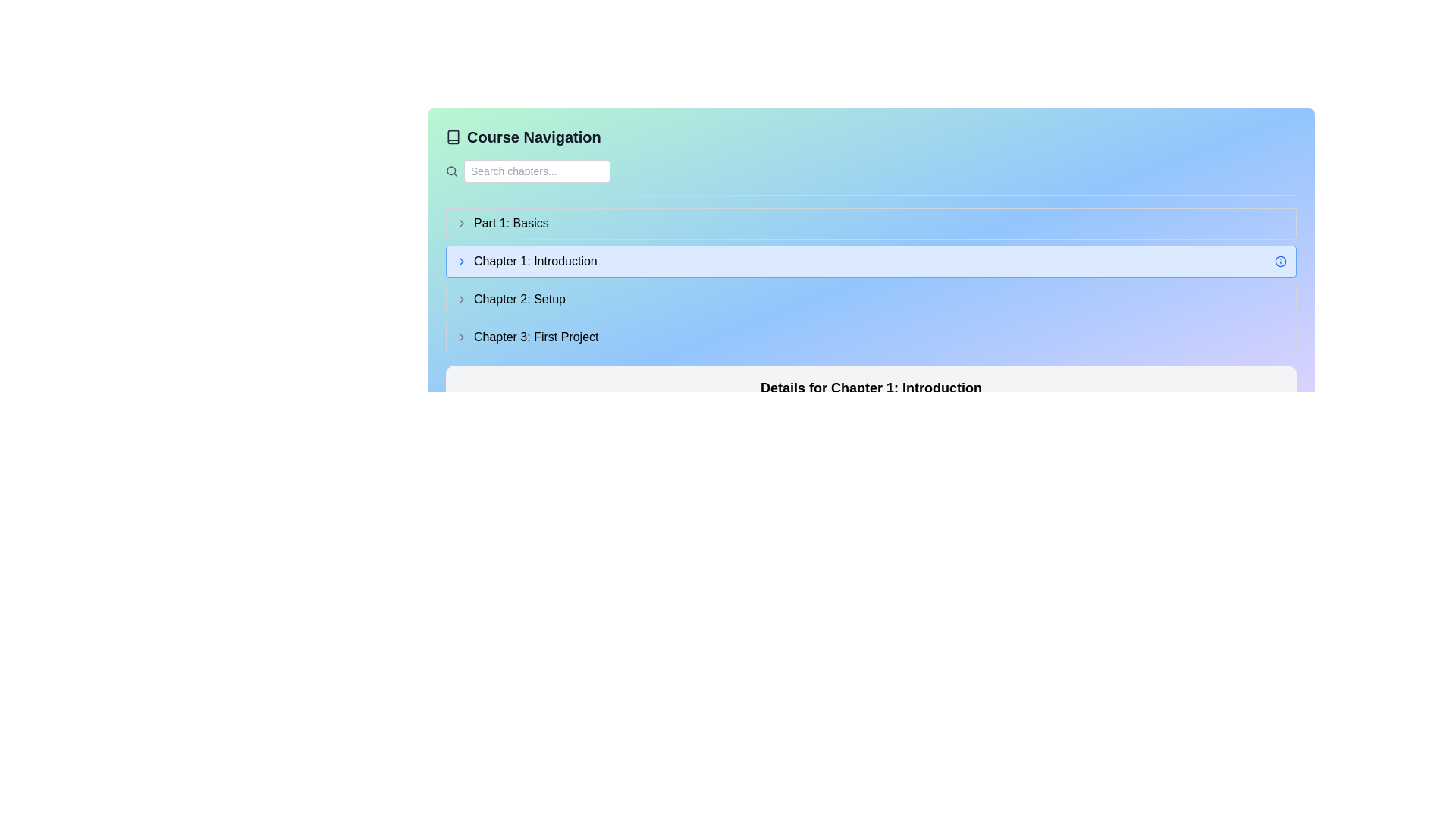 This screenshot has height=819, width=1456. Describe the element at coordinates (461, 299) in the screenshot. I see `the chevron icon associated with 'Chapter 2: Setup'` at that location.